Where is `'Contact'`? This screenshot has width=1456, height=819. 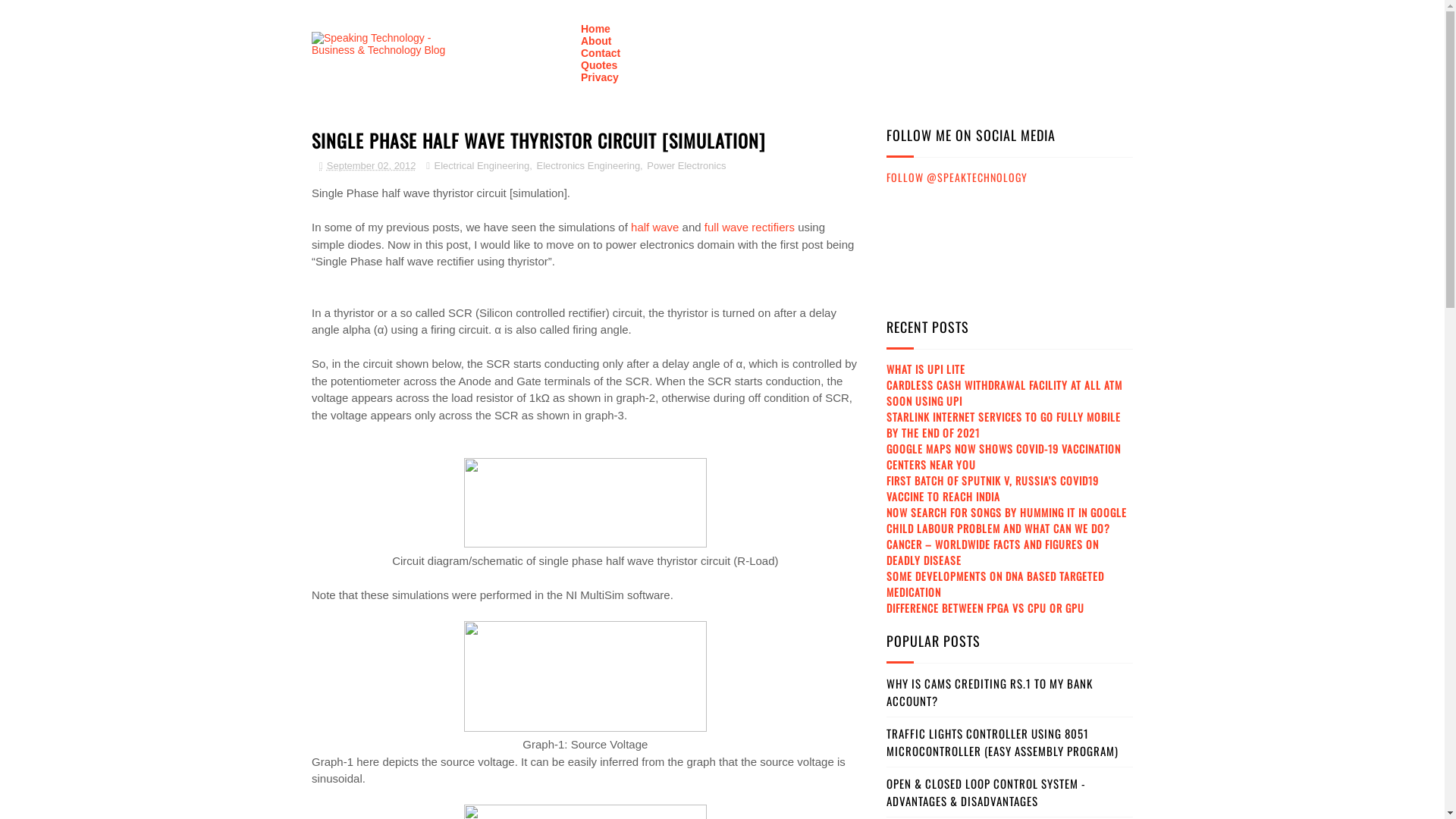 'Contact' is located at coordinates (600, 52).